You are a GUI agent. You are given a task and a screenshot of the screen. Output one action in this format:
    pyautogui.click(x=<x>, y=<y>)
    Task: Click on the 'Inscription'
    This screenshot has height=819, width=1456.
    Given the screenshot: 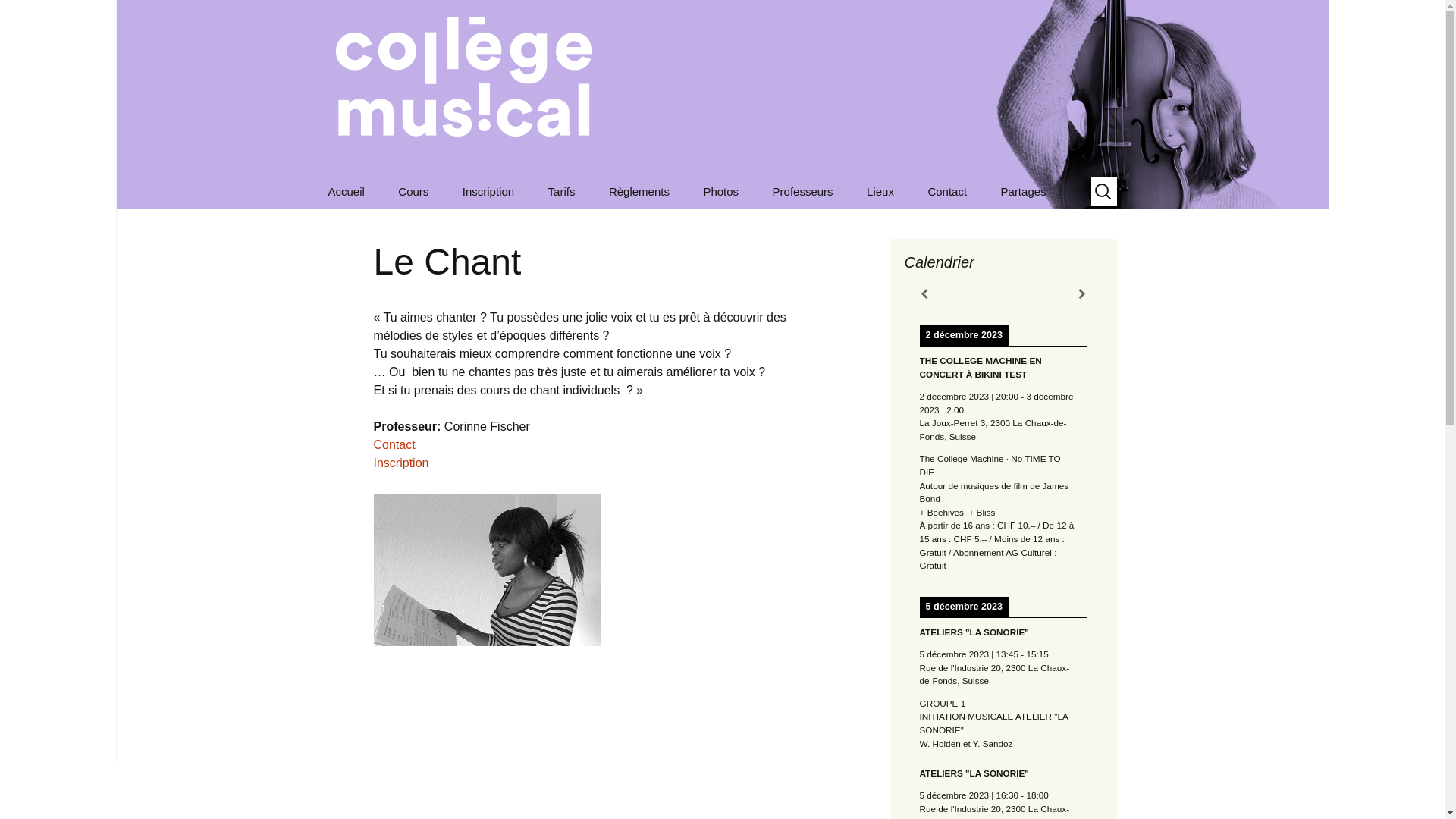 What is the action you would take?
    pyautogui.click(x=400, y=462)
    